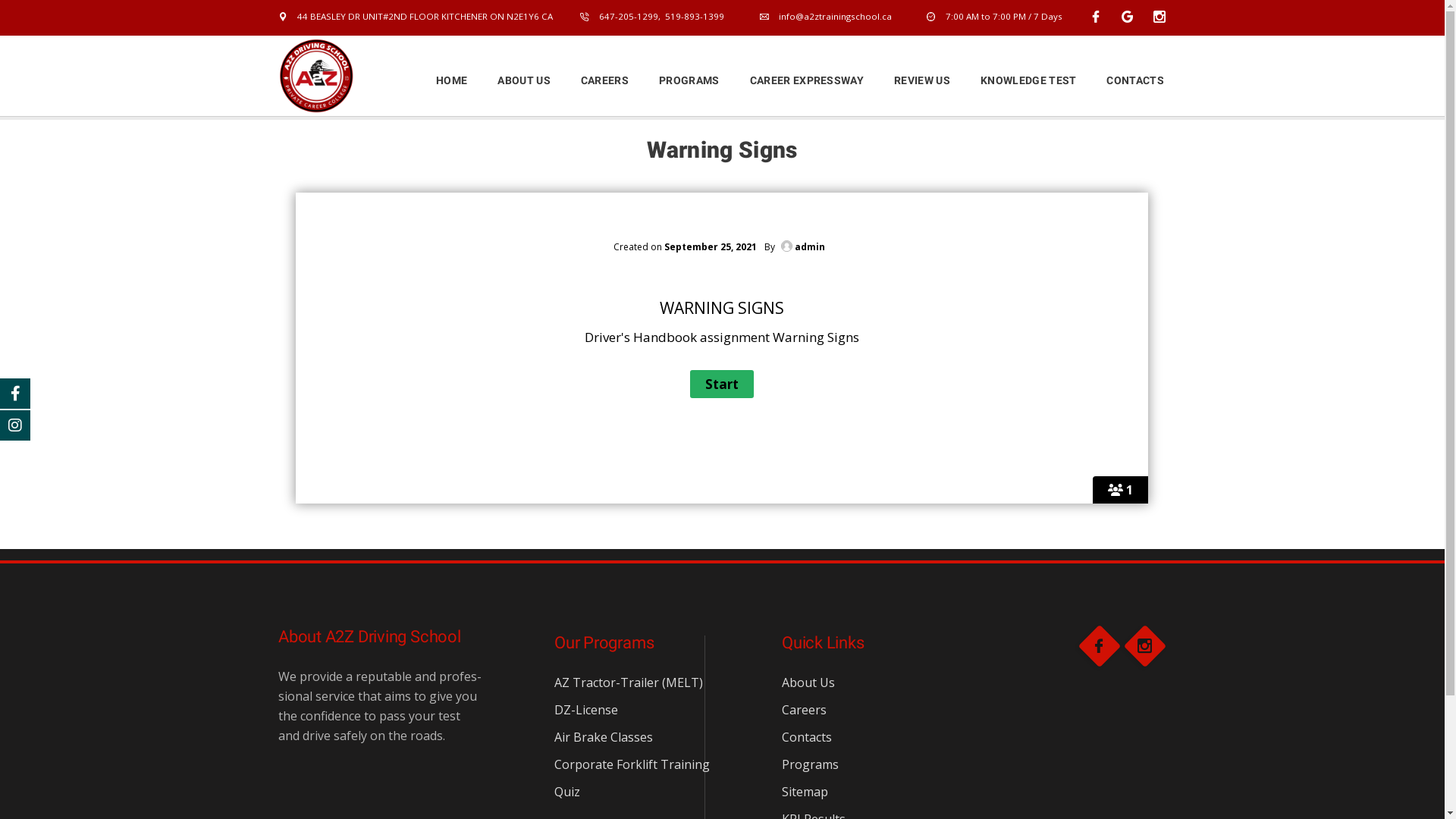 This screenshot has width=1456, height=819. What do you see at coordinates (806, 736) in the screenshot?
I see `'Contacts'` at bounding box center [806, 736].